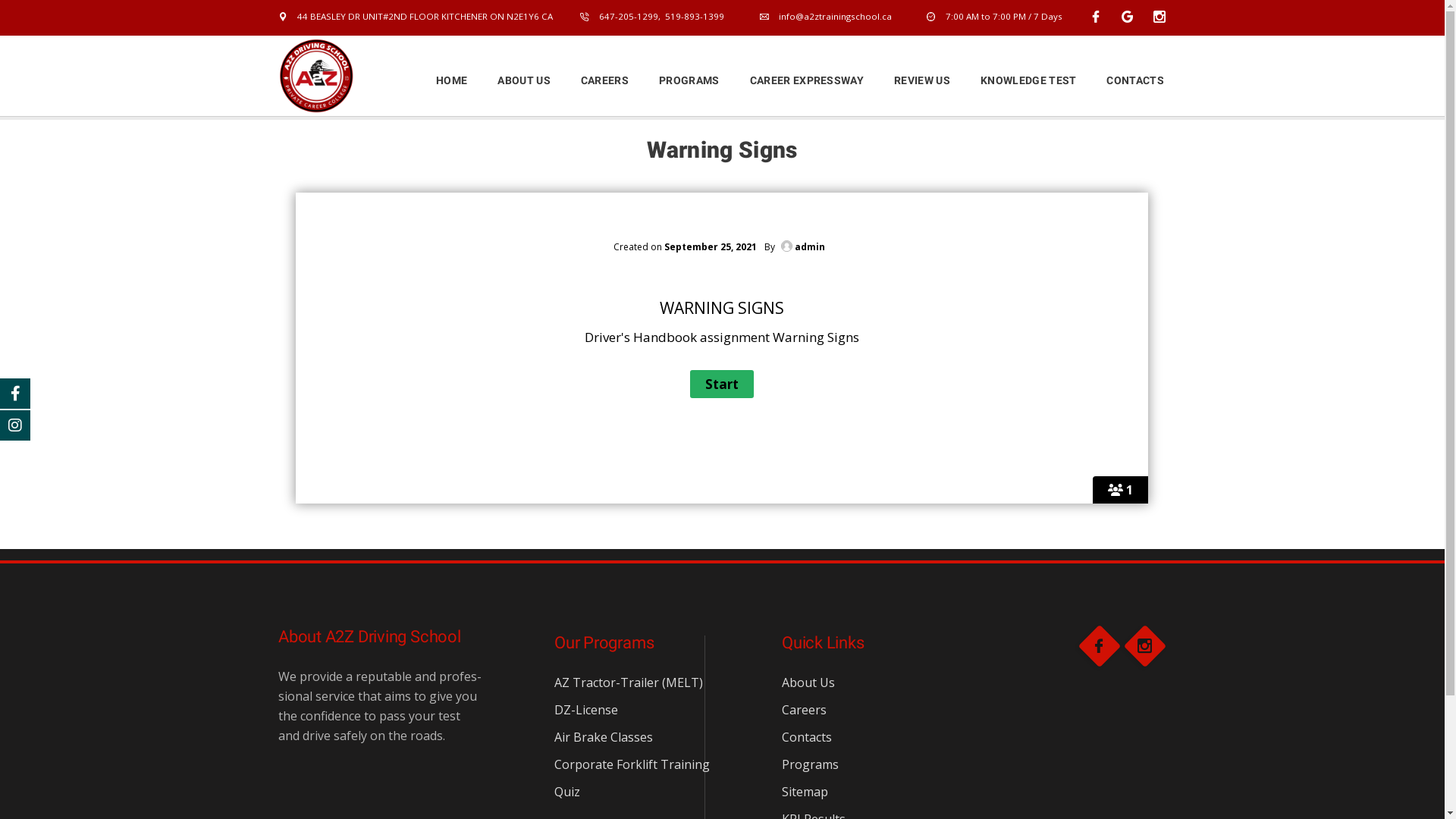 This screenshot has width=1456, height=819. What do you see at coordinates (806, 736) in the screenshot?
I see `'Contacts'` at bounding box center [806, 736].